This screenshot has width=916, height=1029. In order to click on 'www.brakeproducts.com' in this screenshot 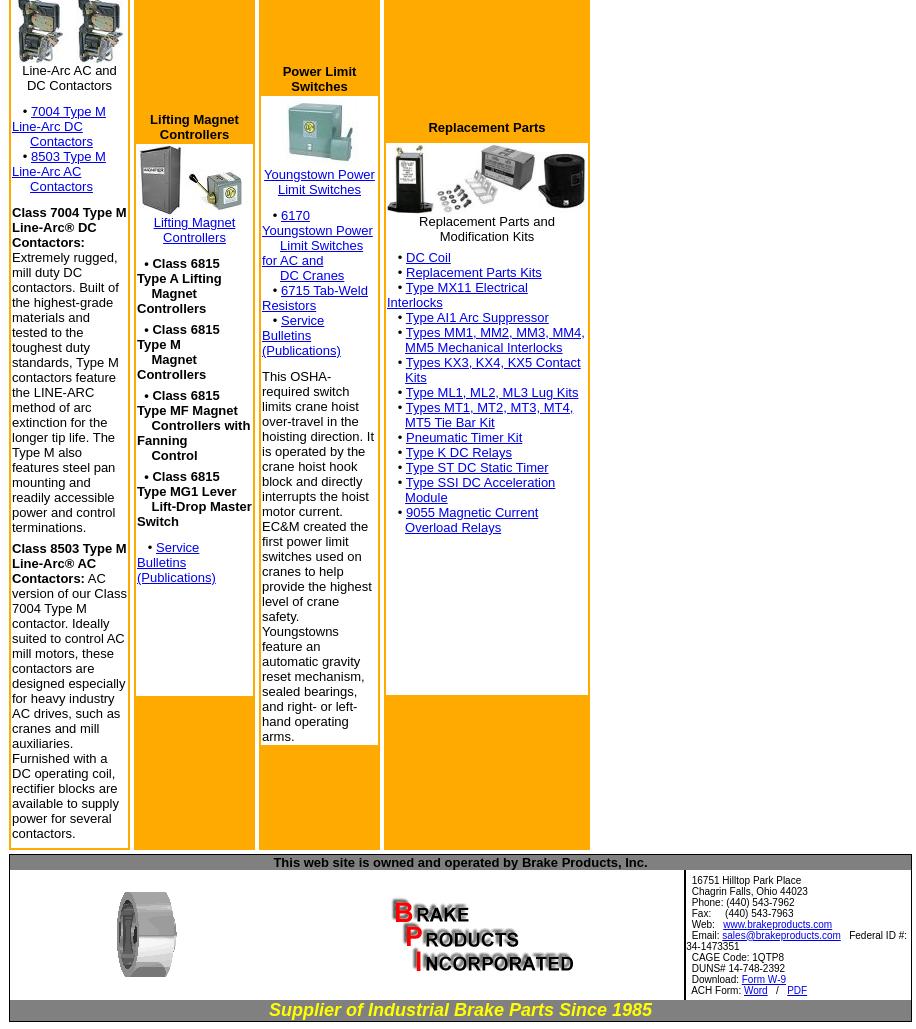, I will do `click(776, 923)`.